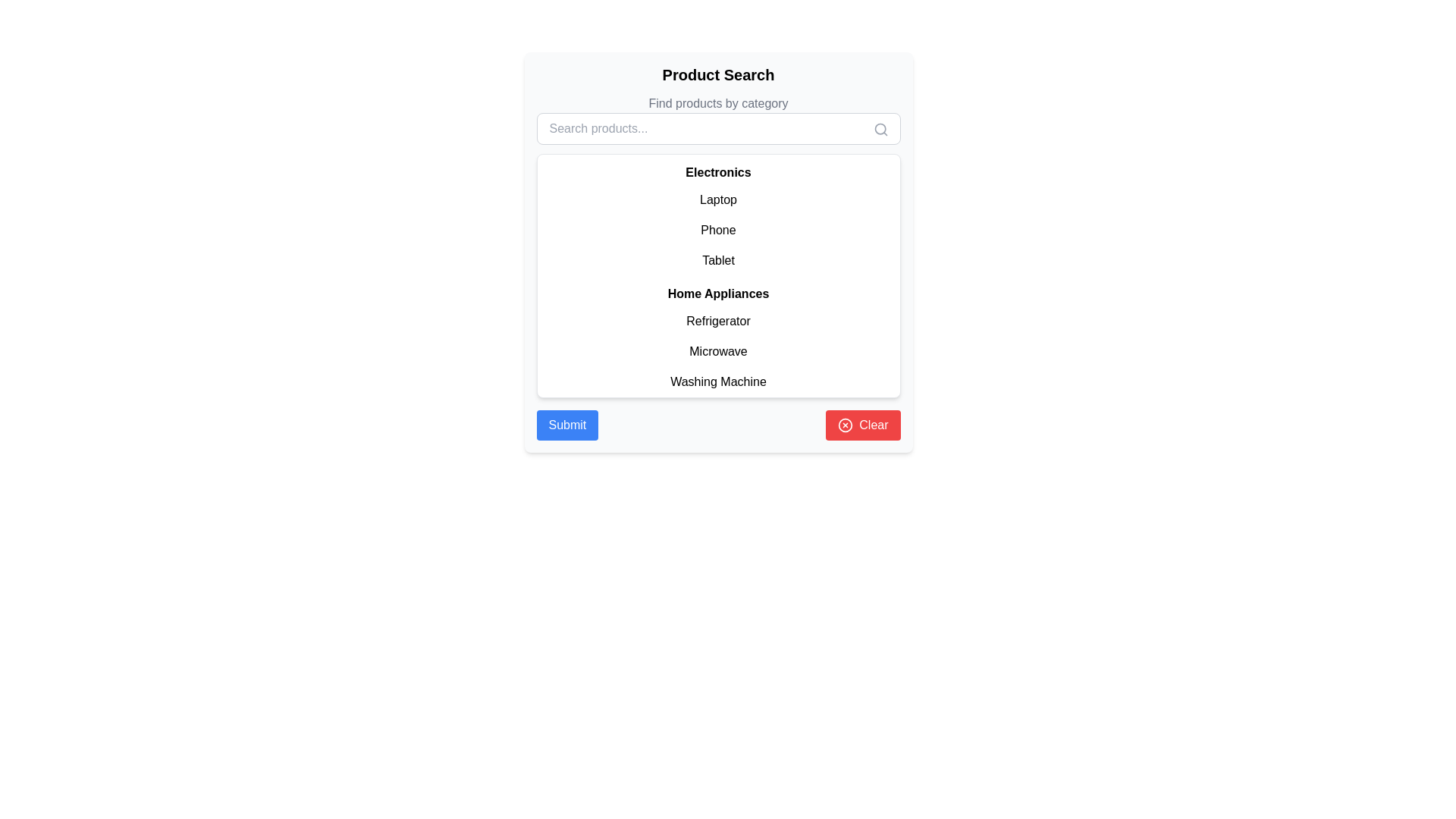  Describe the element at coordinates (717, 321) in the screenshot. I see `the 'Refrigerator' category text label in the product search interface` at that location.